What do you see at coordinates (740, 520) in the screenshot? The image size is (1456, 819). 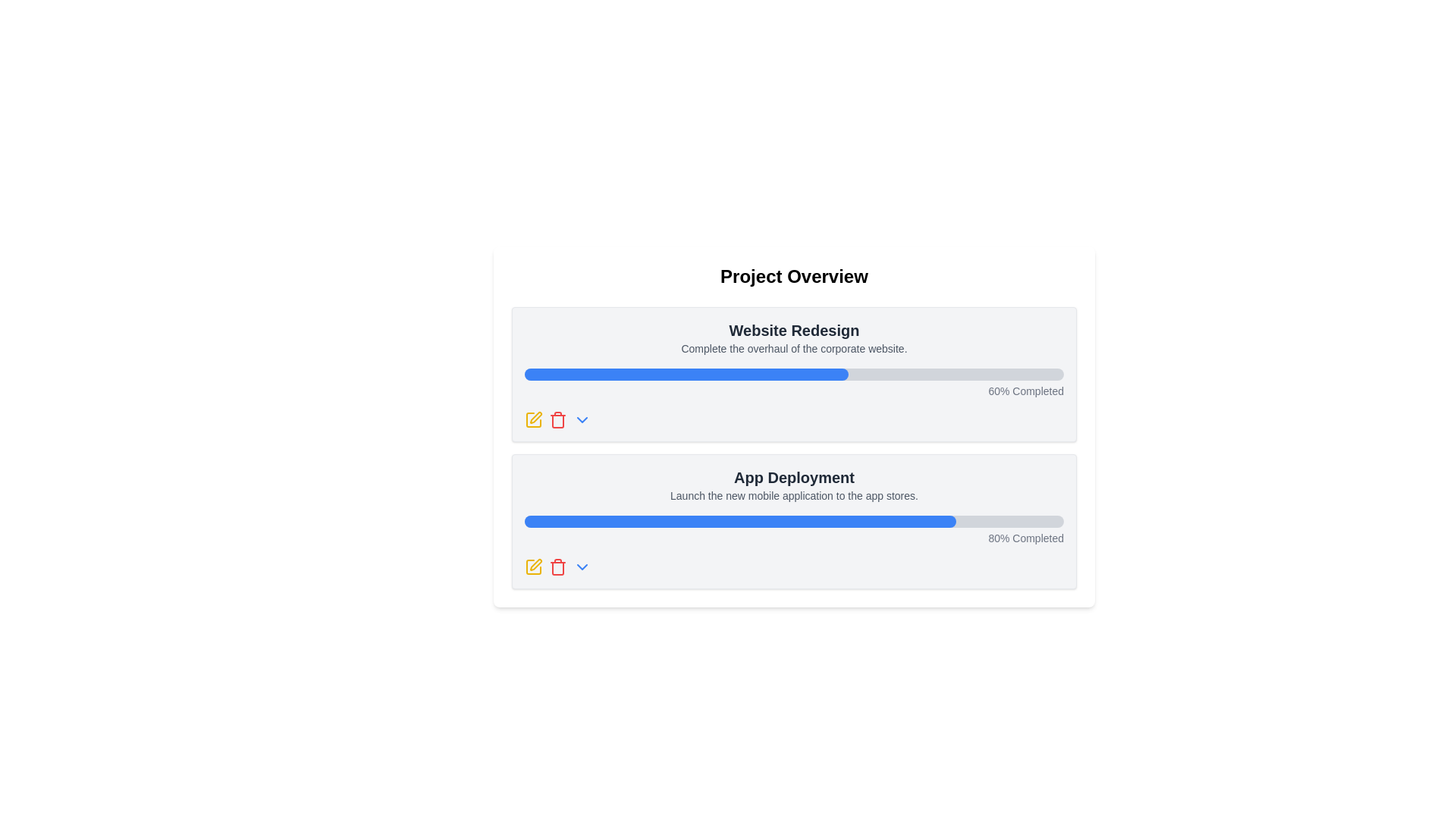 I see `the filled section of the progress bar under the 'App Deployment' section, which shows '80% Completed'` at bounding box center [740, 520].